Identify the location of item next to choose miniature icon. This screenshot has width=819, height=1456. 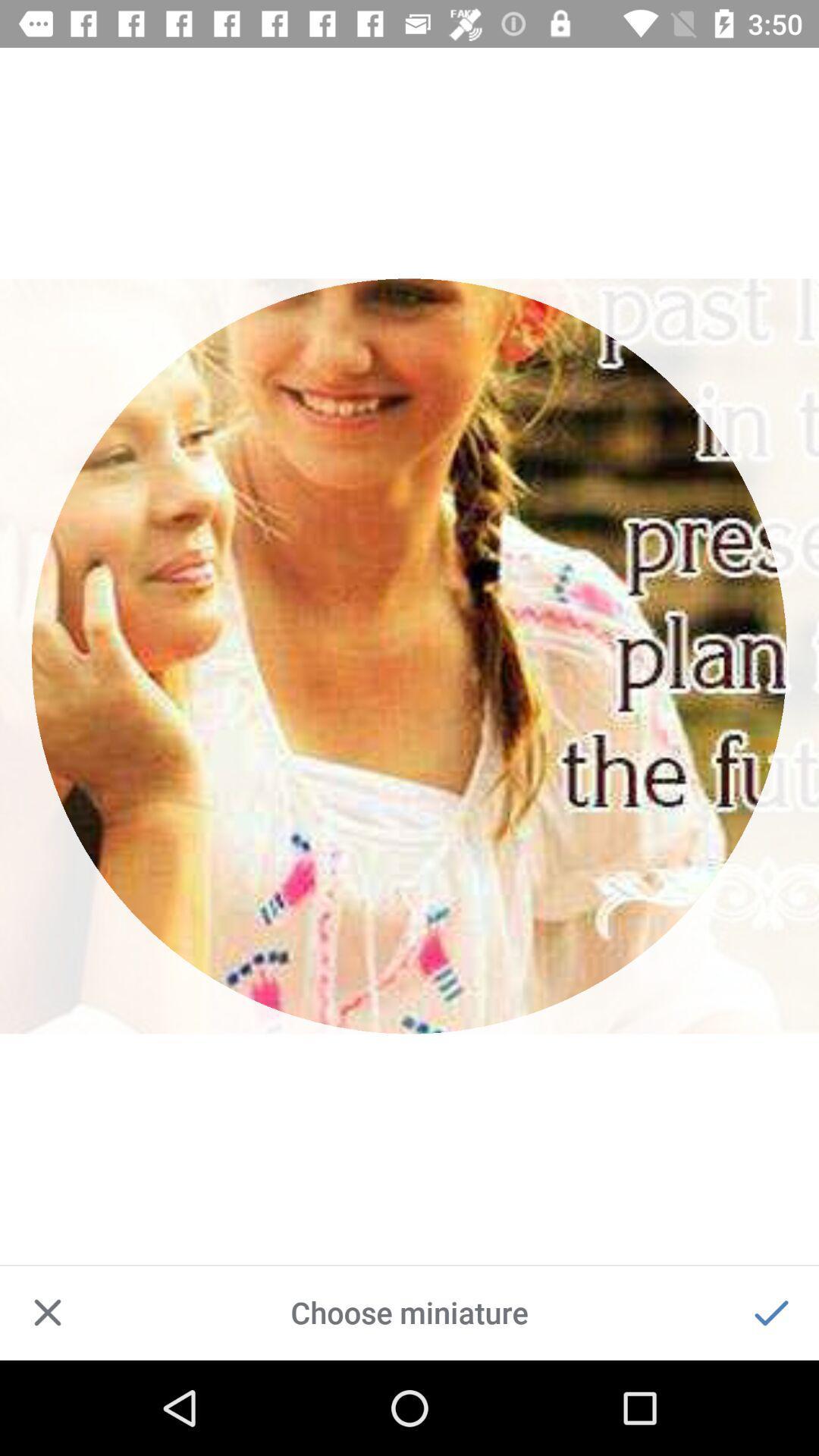
(771, 1312).